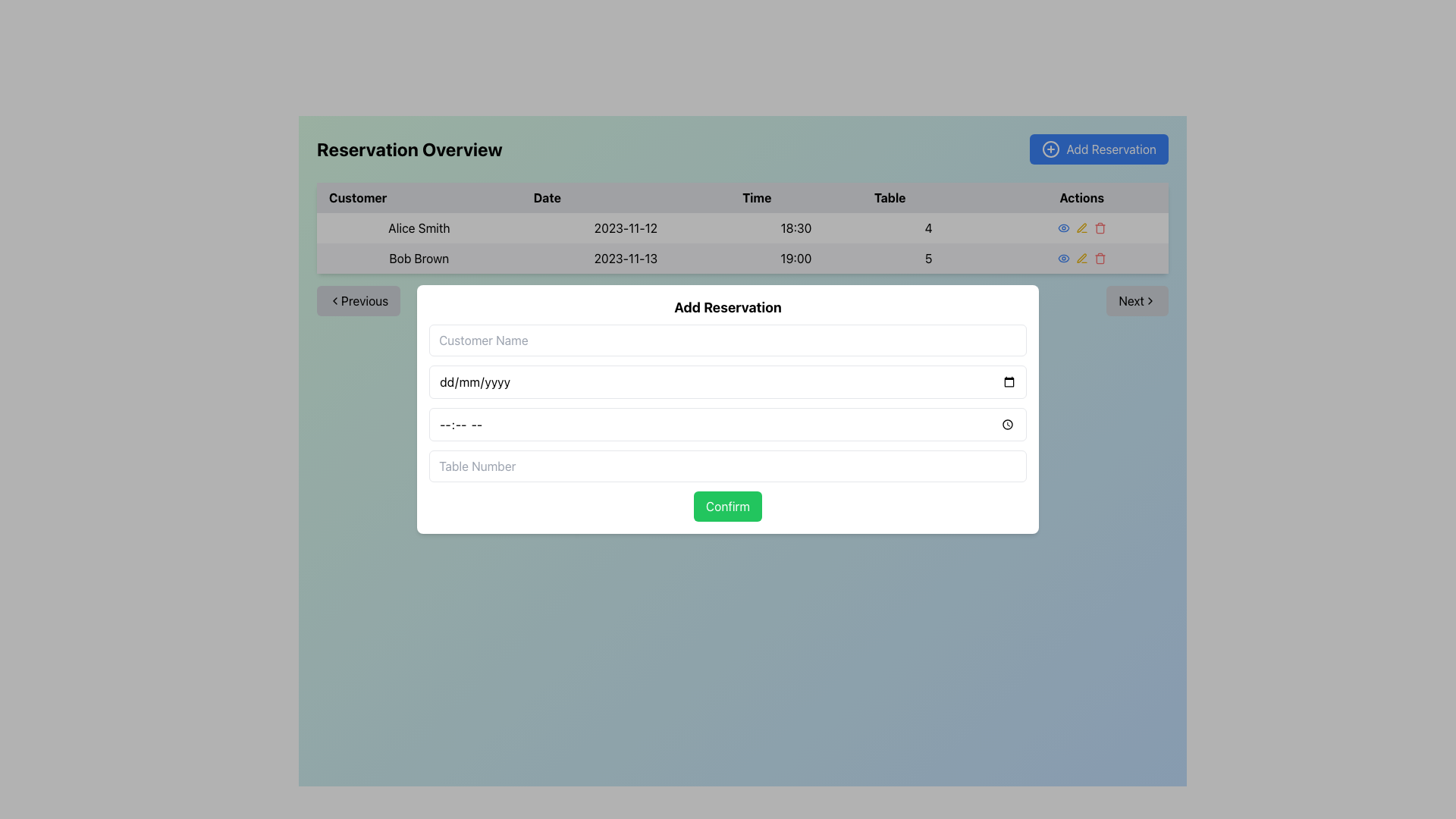  What do you see at coordinates (1081, 257) in the screenshot?
I see `the pen-shaped icon button in the 'Actions' column of the second row in the reservations table` at bounding box center [1081, 257].